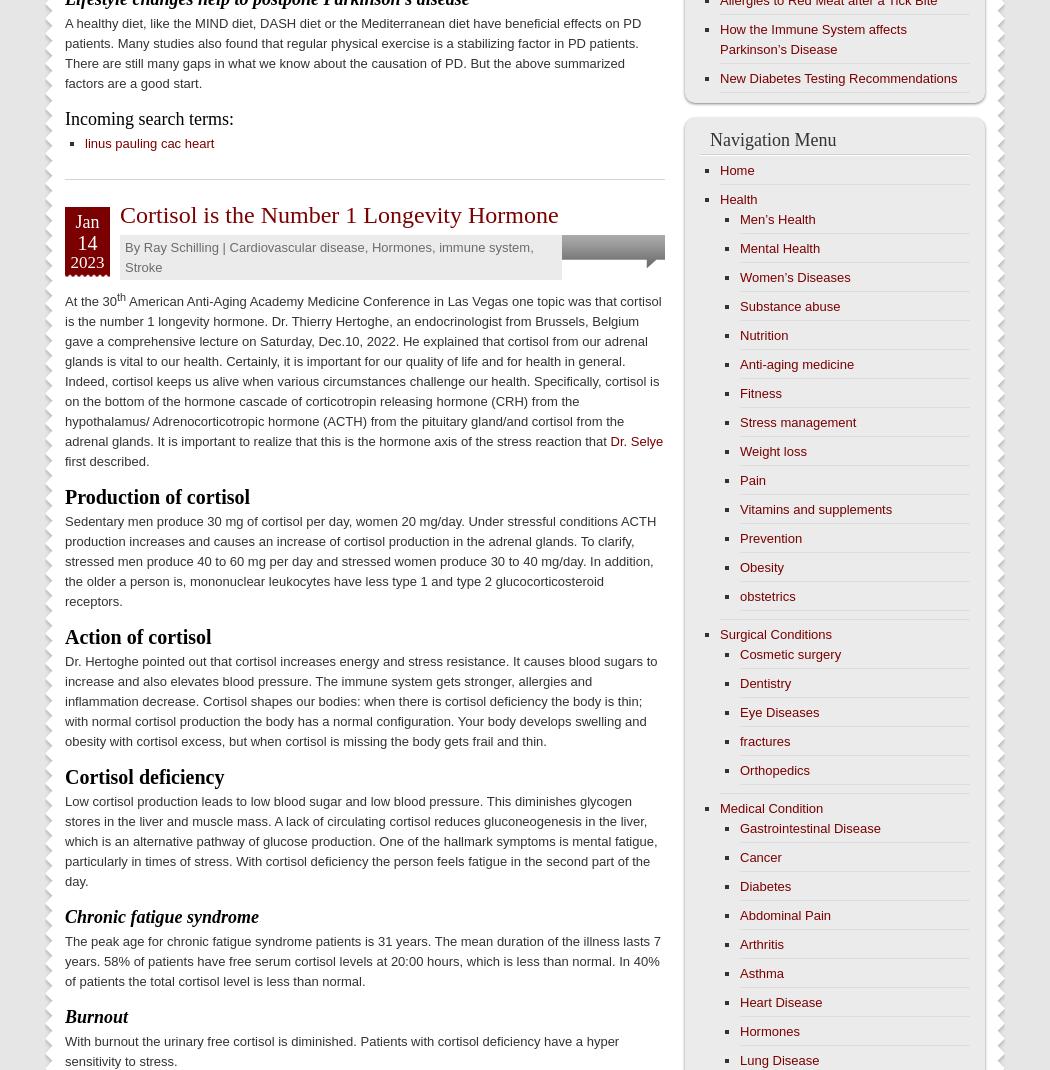  Describe the element at coordinates (340, 1051) in the screenshot. I see `'With burnout the urinary free cortisol is diminished. Patients with cortisol deficiency have a hyper sensitivity to stress.'` at that location.